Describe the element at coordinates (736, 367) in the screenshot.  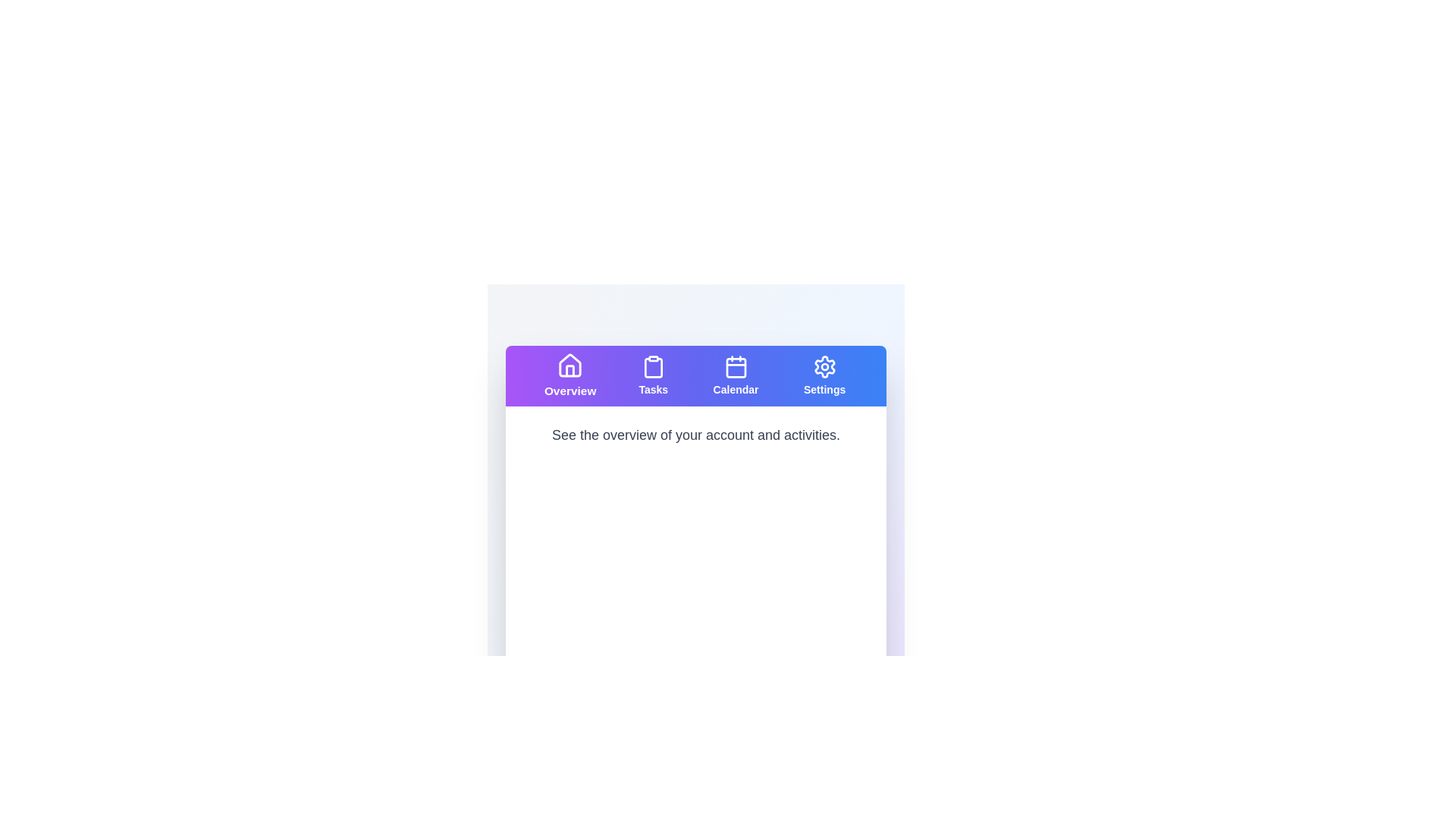
I see `the calendar icon located in the top navigation bar, which has a blue background and white outline` at that location.